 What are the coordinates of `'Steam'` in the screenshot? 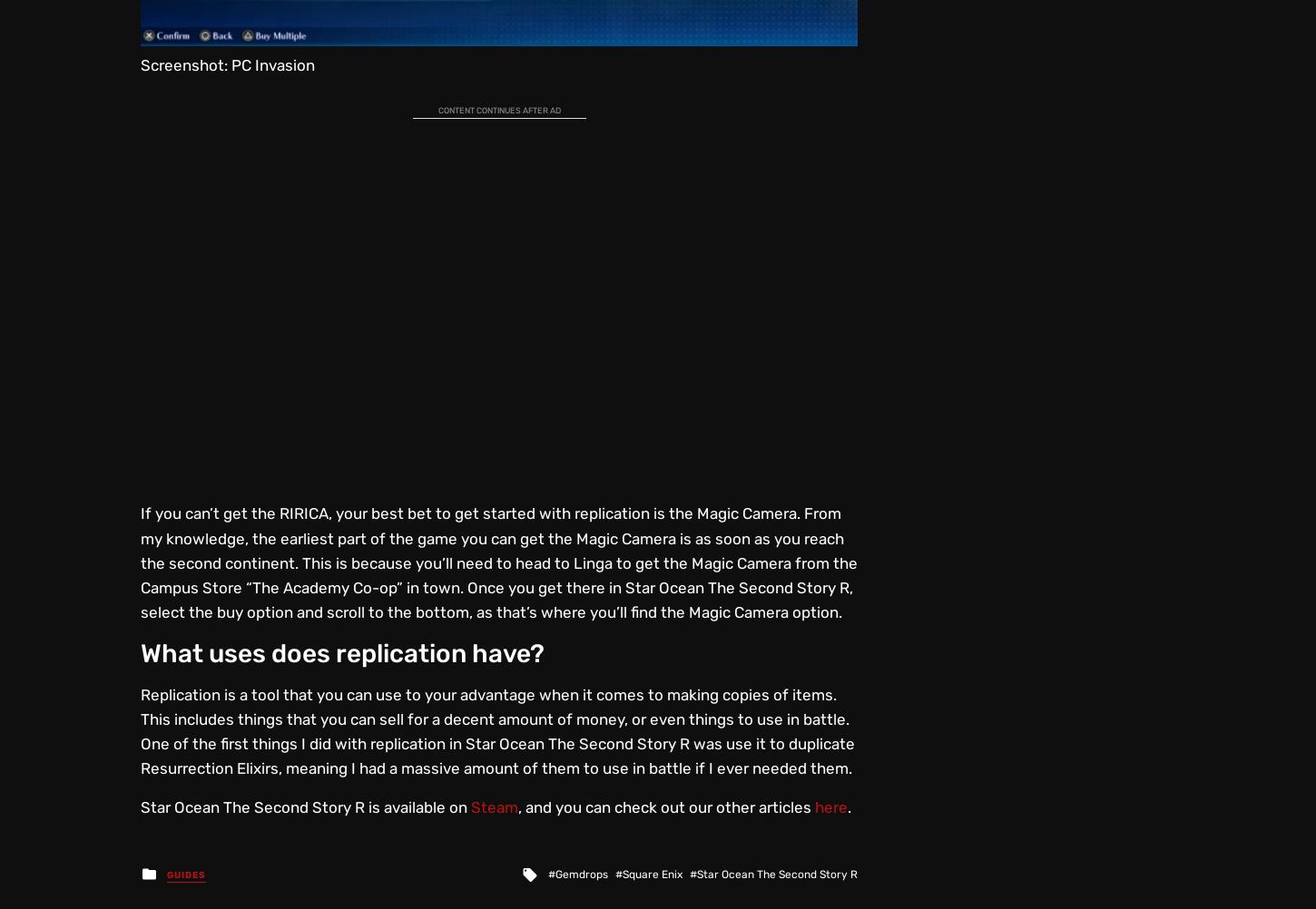 It's located at (495, 806).